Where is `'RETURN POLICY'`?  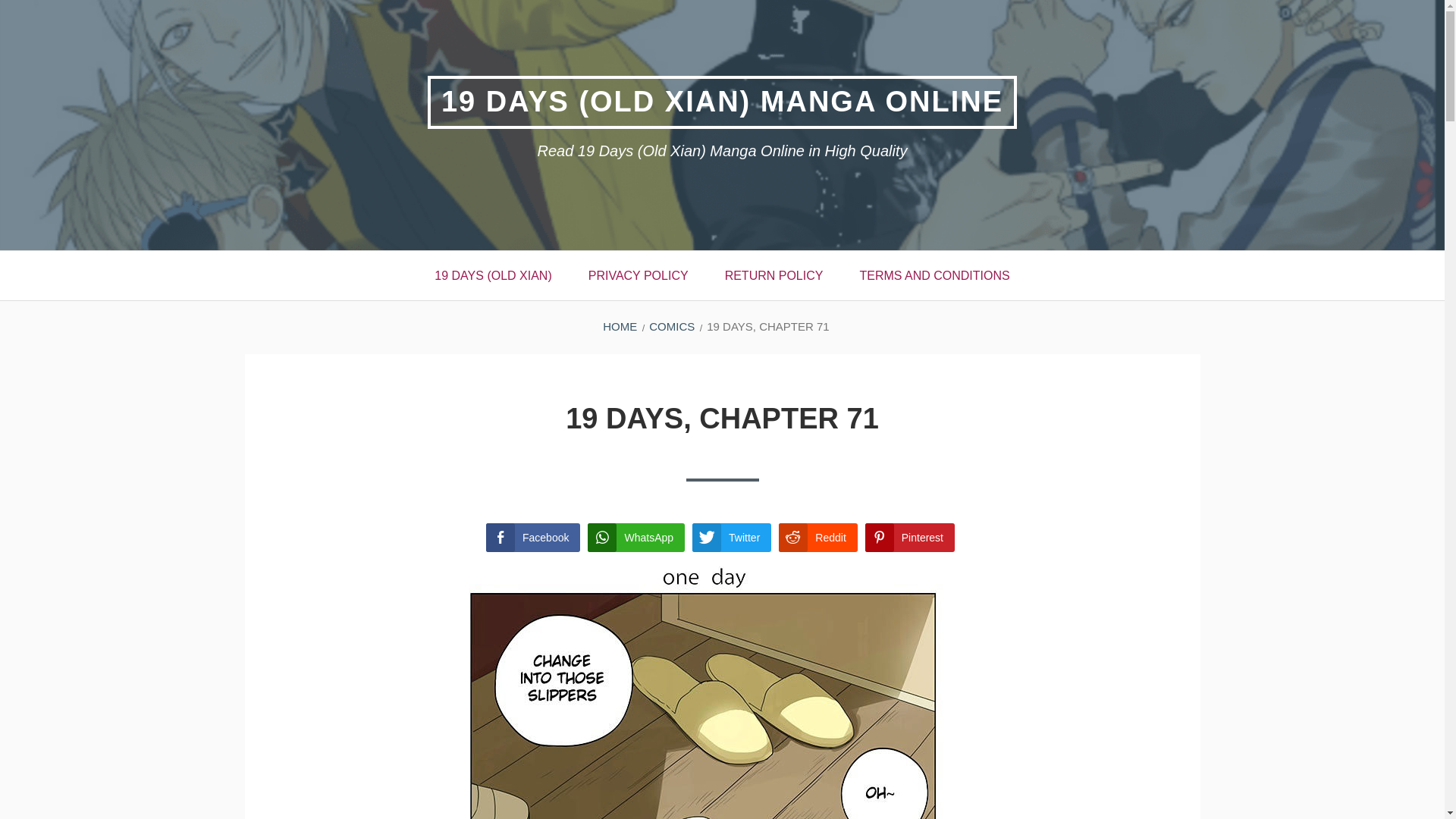 'RETURN POLICY' is located at coordinates (774, 275).